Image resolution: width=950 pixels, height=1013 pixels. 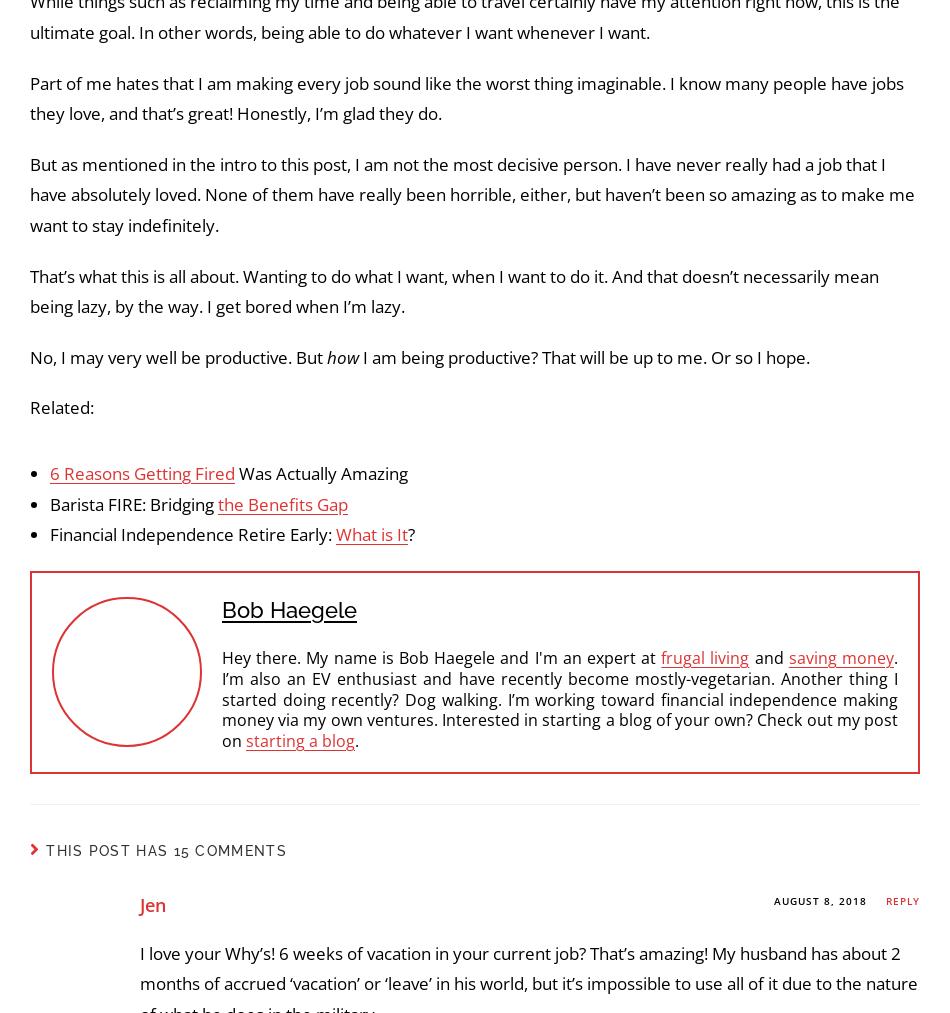 What do you see at coordinates (466, 451) in the screenshot?
I see `'I want to reclaim my time. I have said before that I have no immediate plans to make any sort of drastic career change. In fact, that generally is not considered to be the FI philosophy. The FI philosophy is about having options.'` at bounding box center [466, 451].